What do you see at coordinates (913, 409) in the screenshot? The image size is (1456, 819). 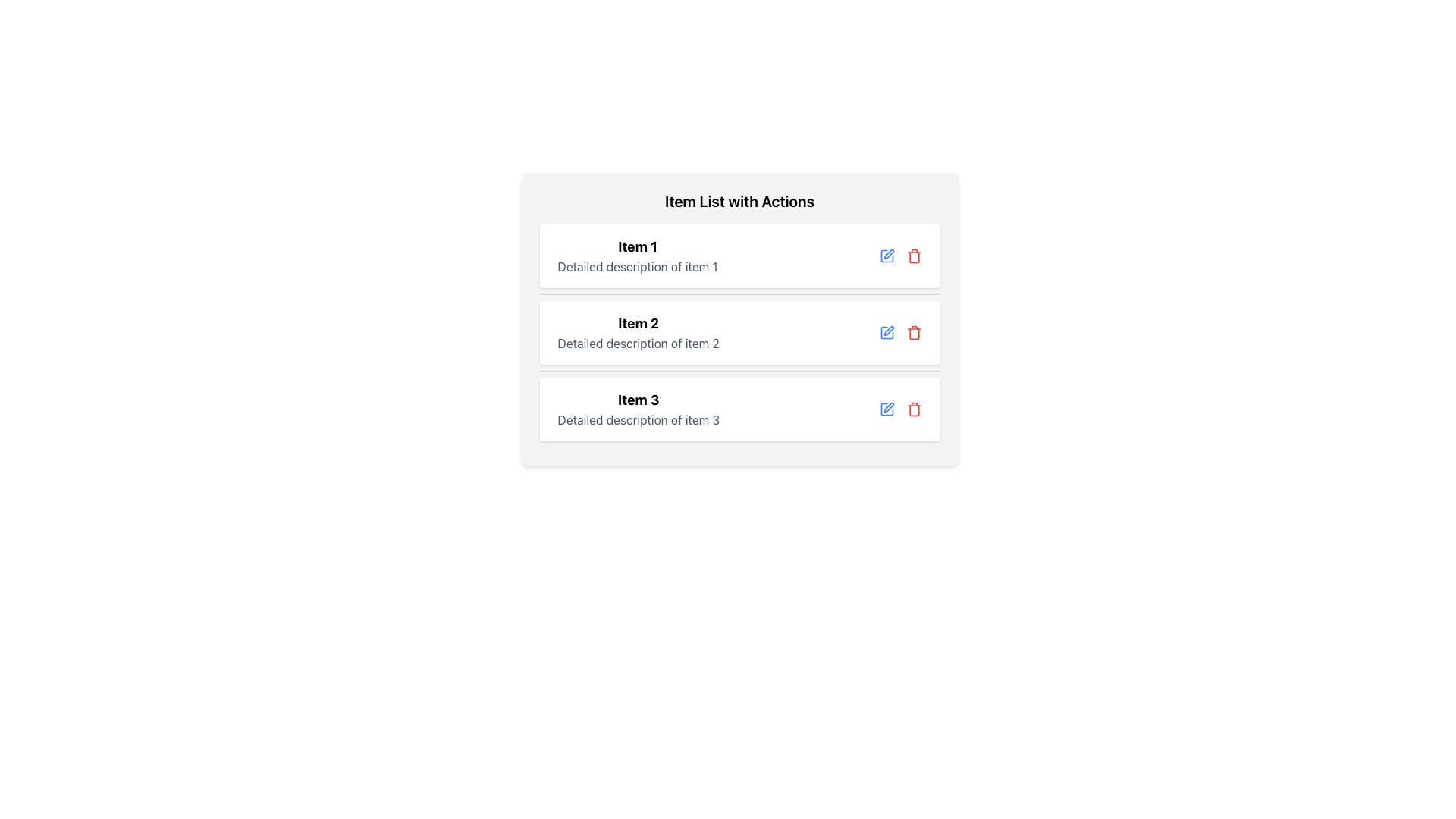 I see `the red trash bin button located in the action bar of the third list item, which is the rightmost icon next to the blue edit icon` at bounding box center [913, 409].